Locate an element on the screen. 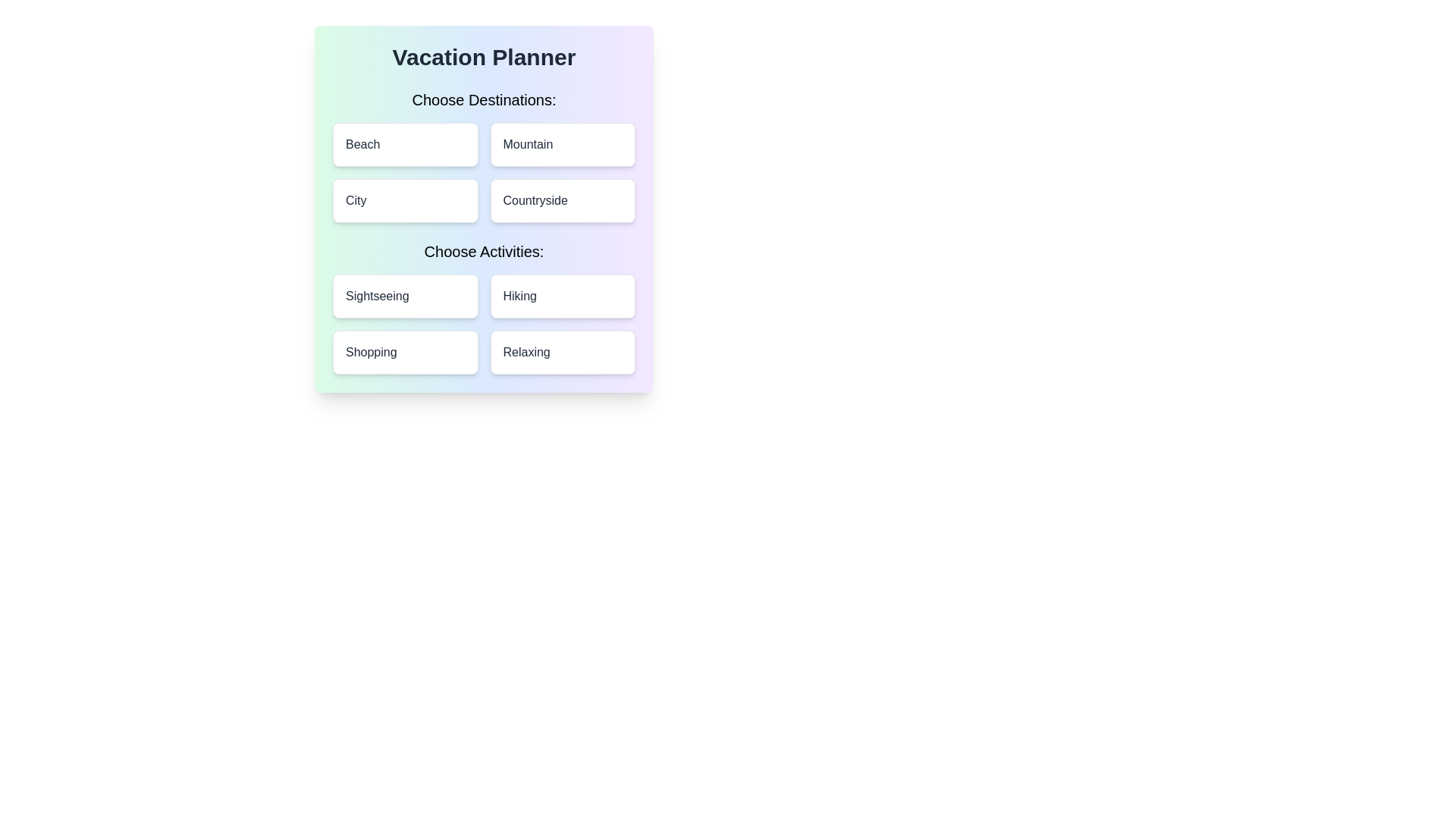 This screenshot has width=1456, height=819. static text label that serves as a header for the destination options, which reads 'Choose Destinations:' is located at coordinates (483, 99).